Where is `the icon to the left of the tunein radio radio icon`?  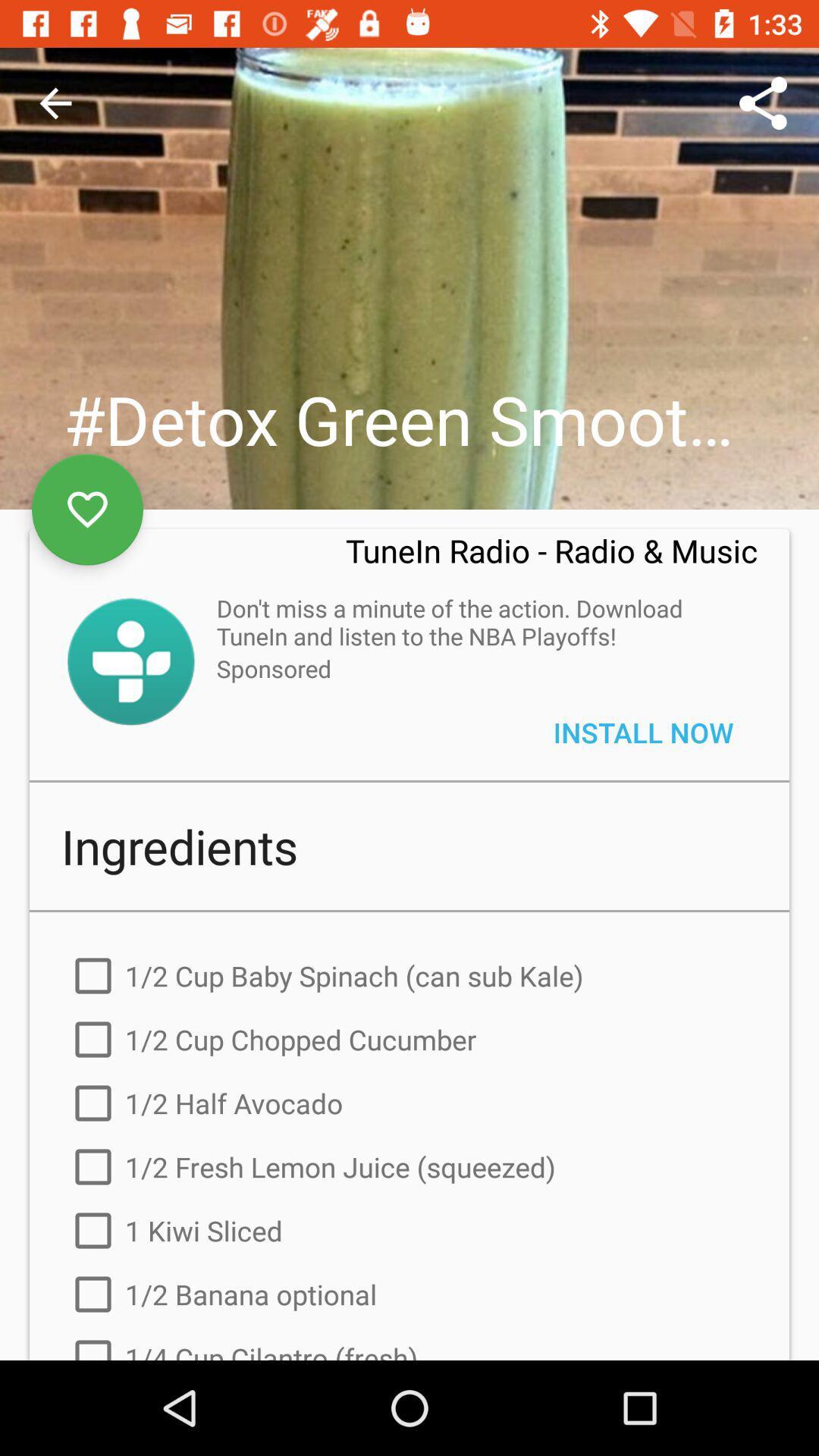
the icon to the left of the tunein radio radio icon is located at coordinates (87, 510).